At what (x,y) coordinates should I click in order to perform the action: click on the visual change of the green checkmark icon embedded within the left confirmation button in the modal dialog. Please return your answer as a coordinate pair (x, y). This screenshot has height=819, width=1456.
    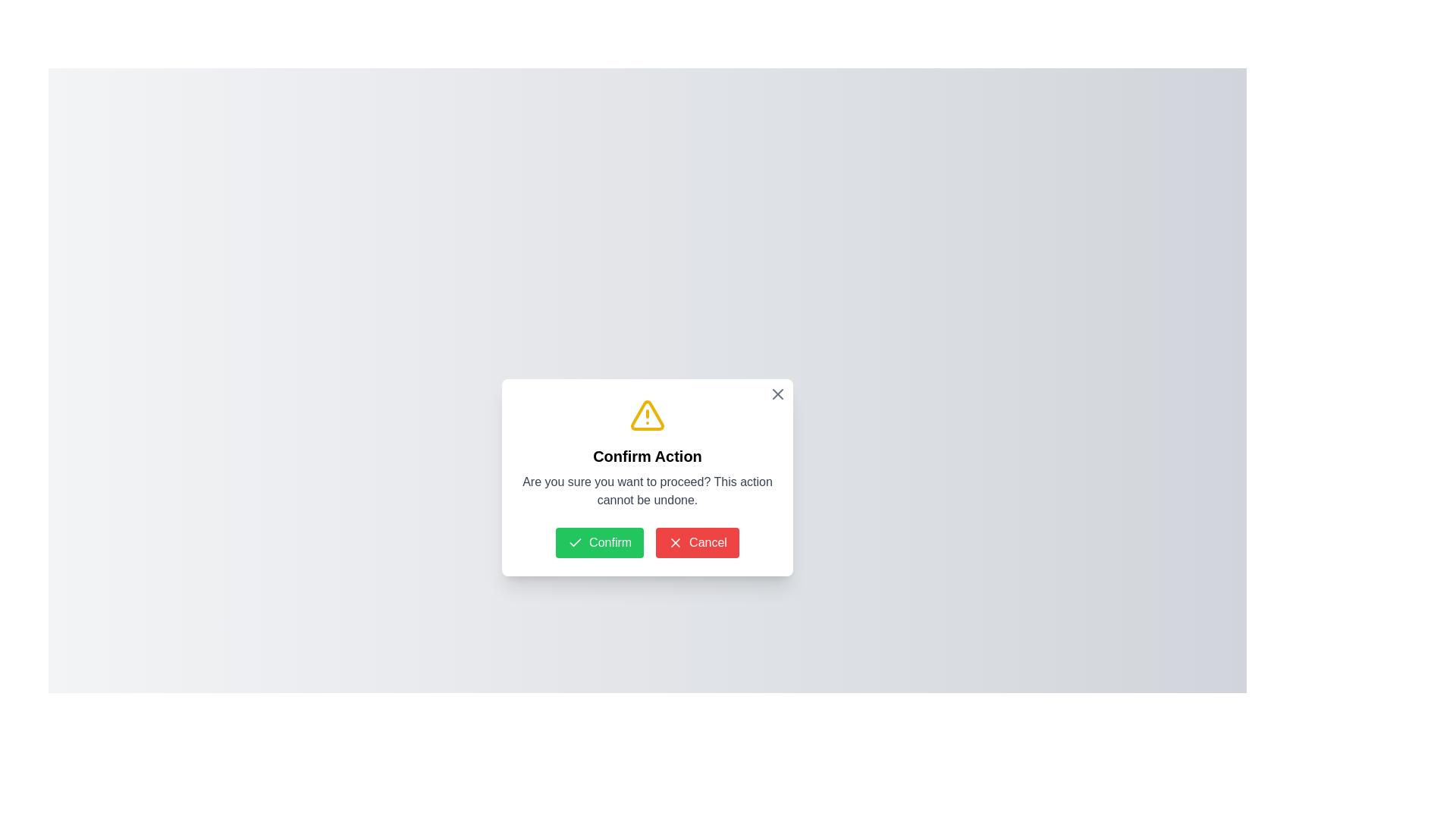
    Looking at the image, I should click on (575, 541).